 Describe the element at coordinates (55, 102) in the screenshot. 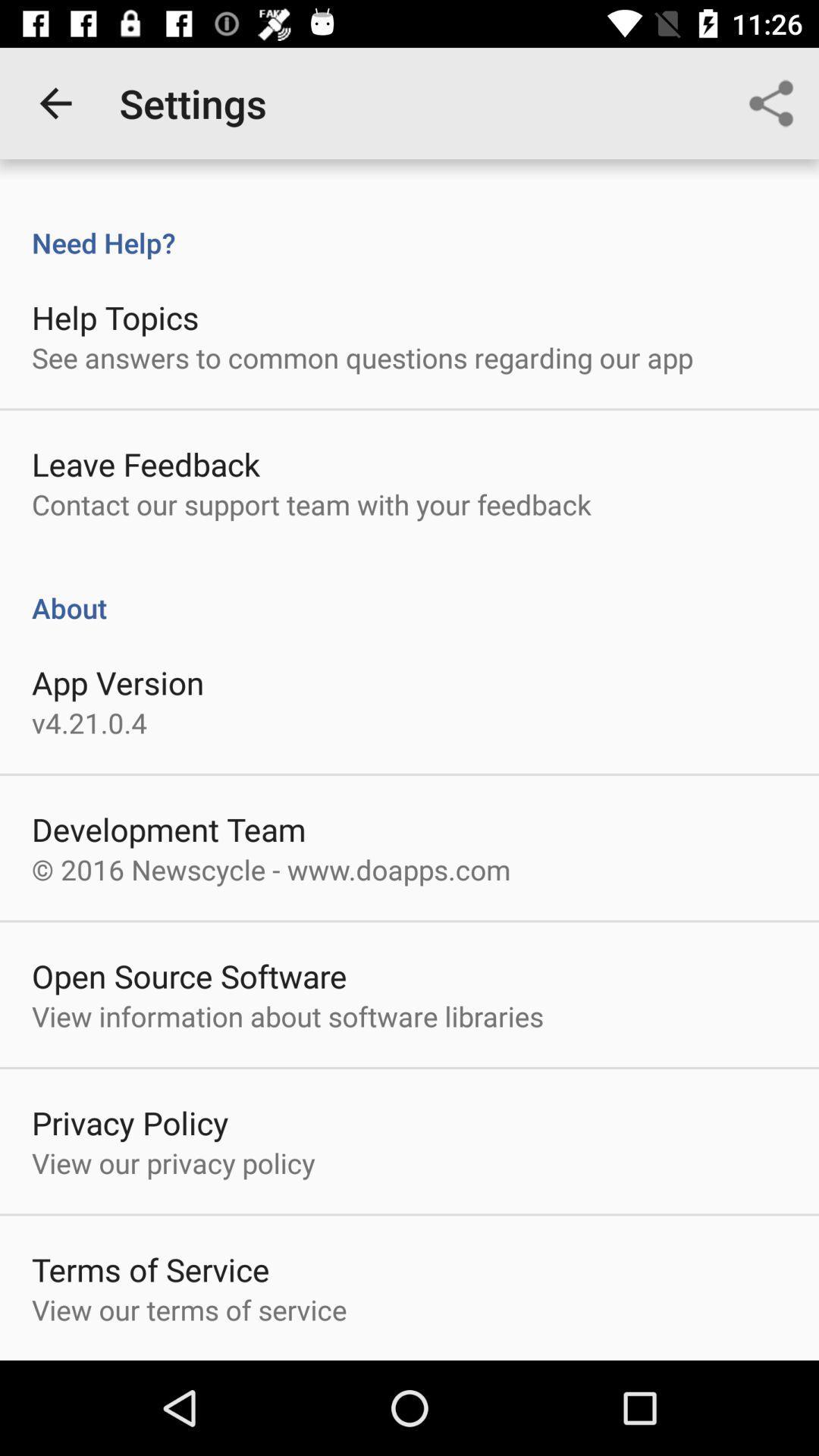

I see `item above need help? item` at that location.